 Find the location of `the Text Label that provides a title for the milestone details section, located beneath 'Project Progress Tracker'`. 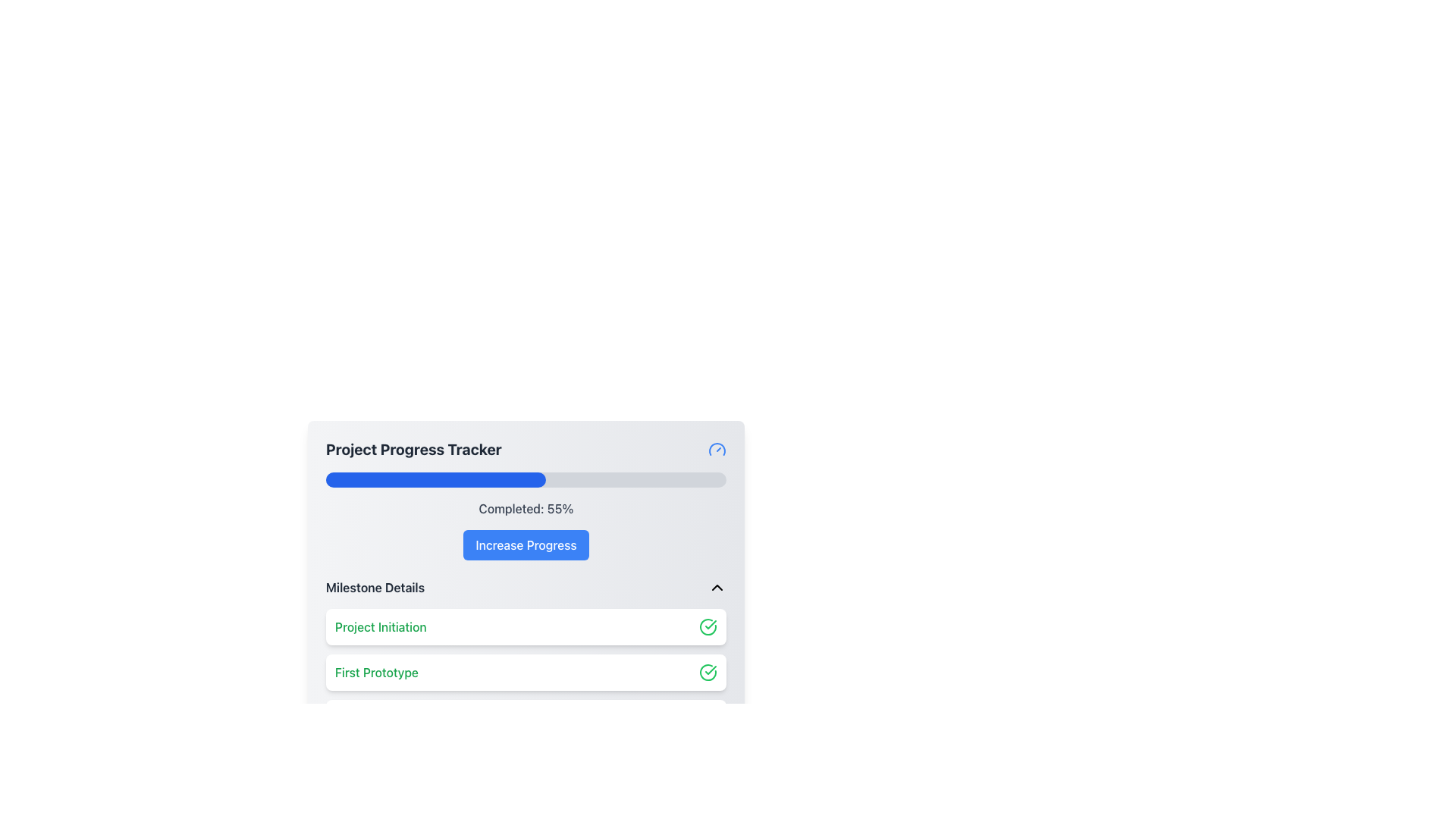

the Text Label that provides a title for the milestone details section, located beneath 'Project Progress Tracker' is located at coordinates (375, 587).